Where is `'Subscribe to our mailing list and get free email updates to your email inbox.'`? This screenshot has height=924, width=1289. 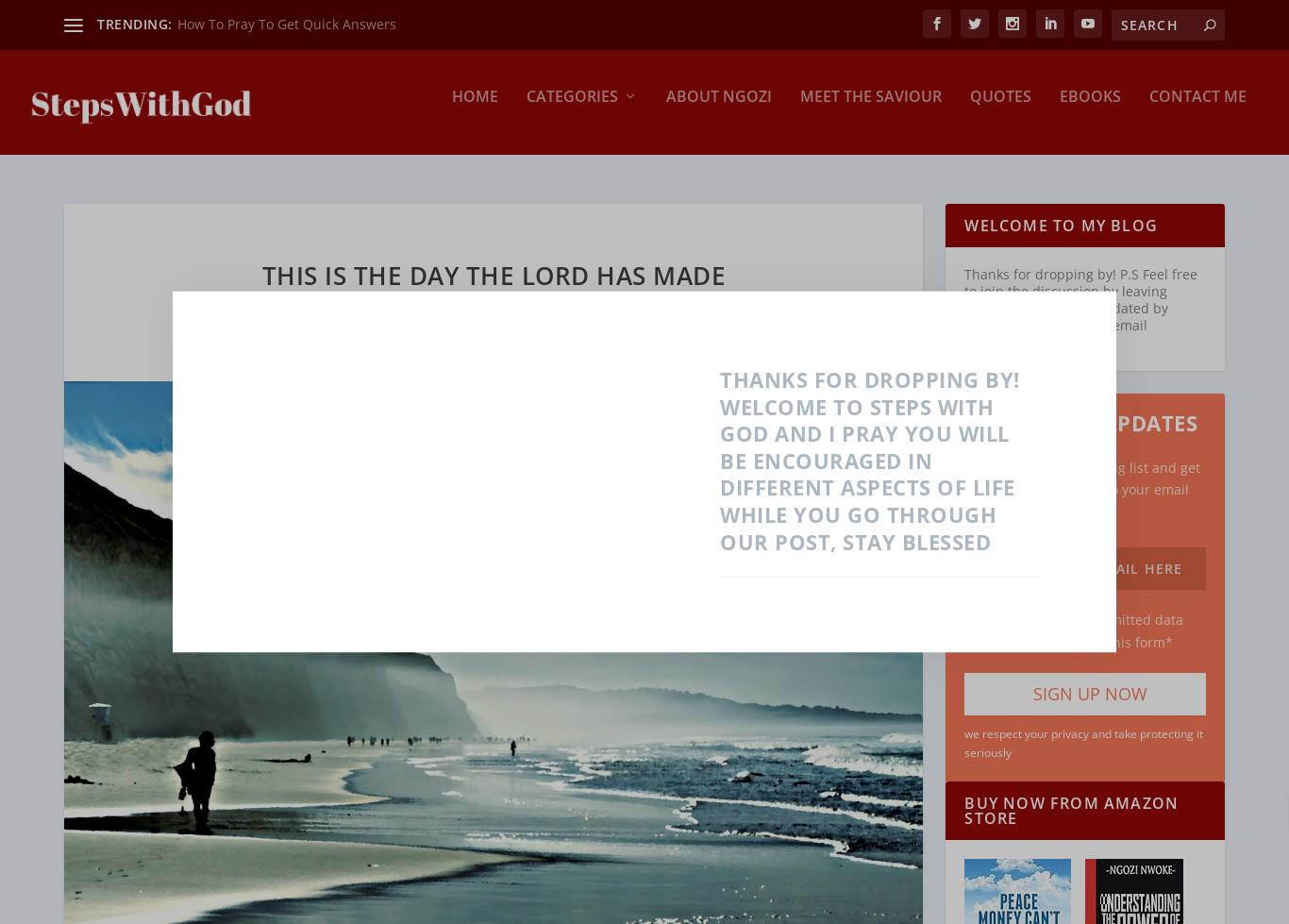
'Subscribe to our mailing list and get free email updates to your email inbox.' is located at coordinates (1085, 476).